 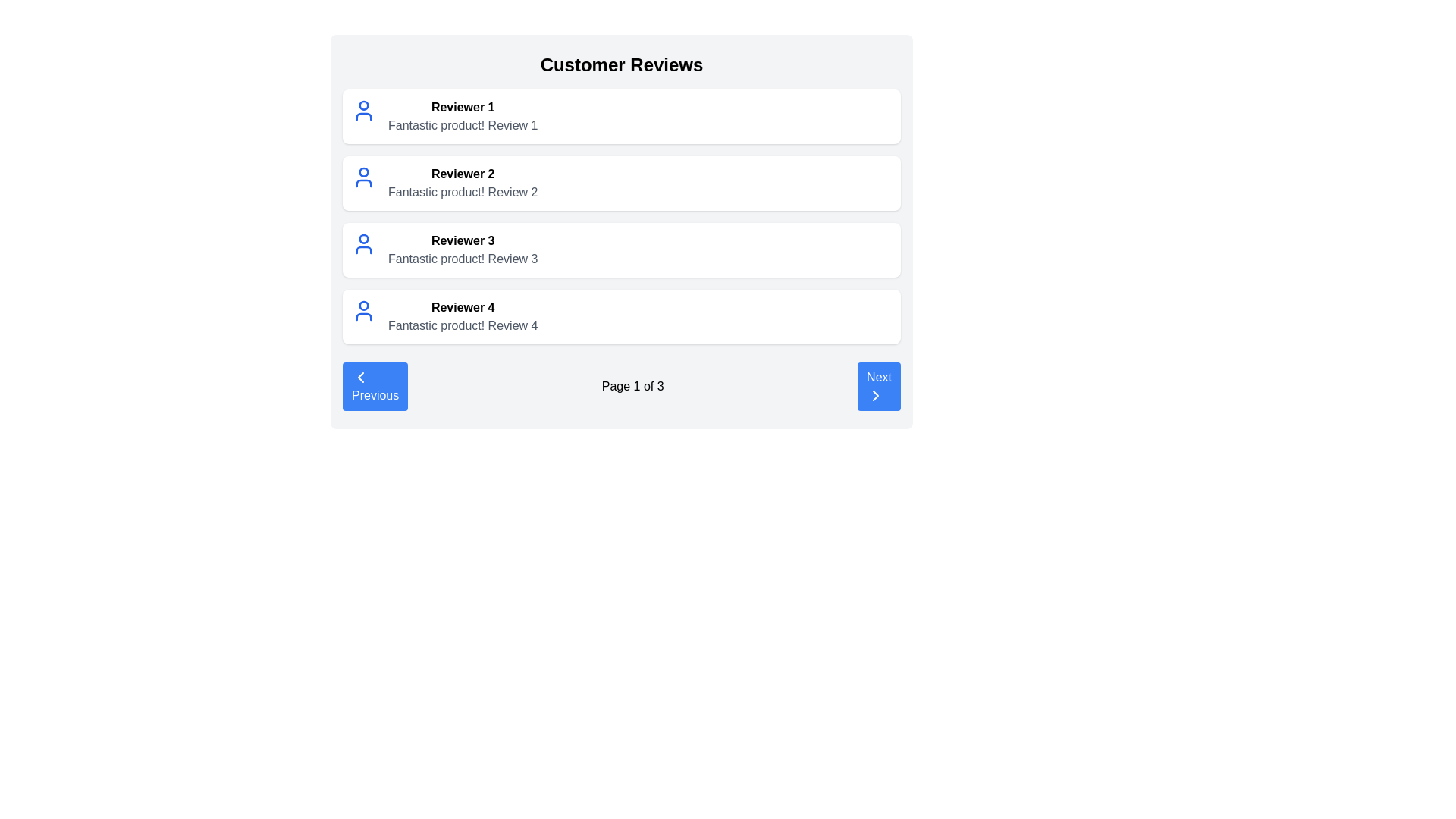 What do you see at coordinates (364, 239) in the screenshot?
I see `the circular graphical element with a blue outline and white fill, located within the user profile icon to the left of the 'Reviewer 3' list item` at bounding box center [364, 239].